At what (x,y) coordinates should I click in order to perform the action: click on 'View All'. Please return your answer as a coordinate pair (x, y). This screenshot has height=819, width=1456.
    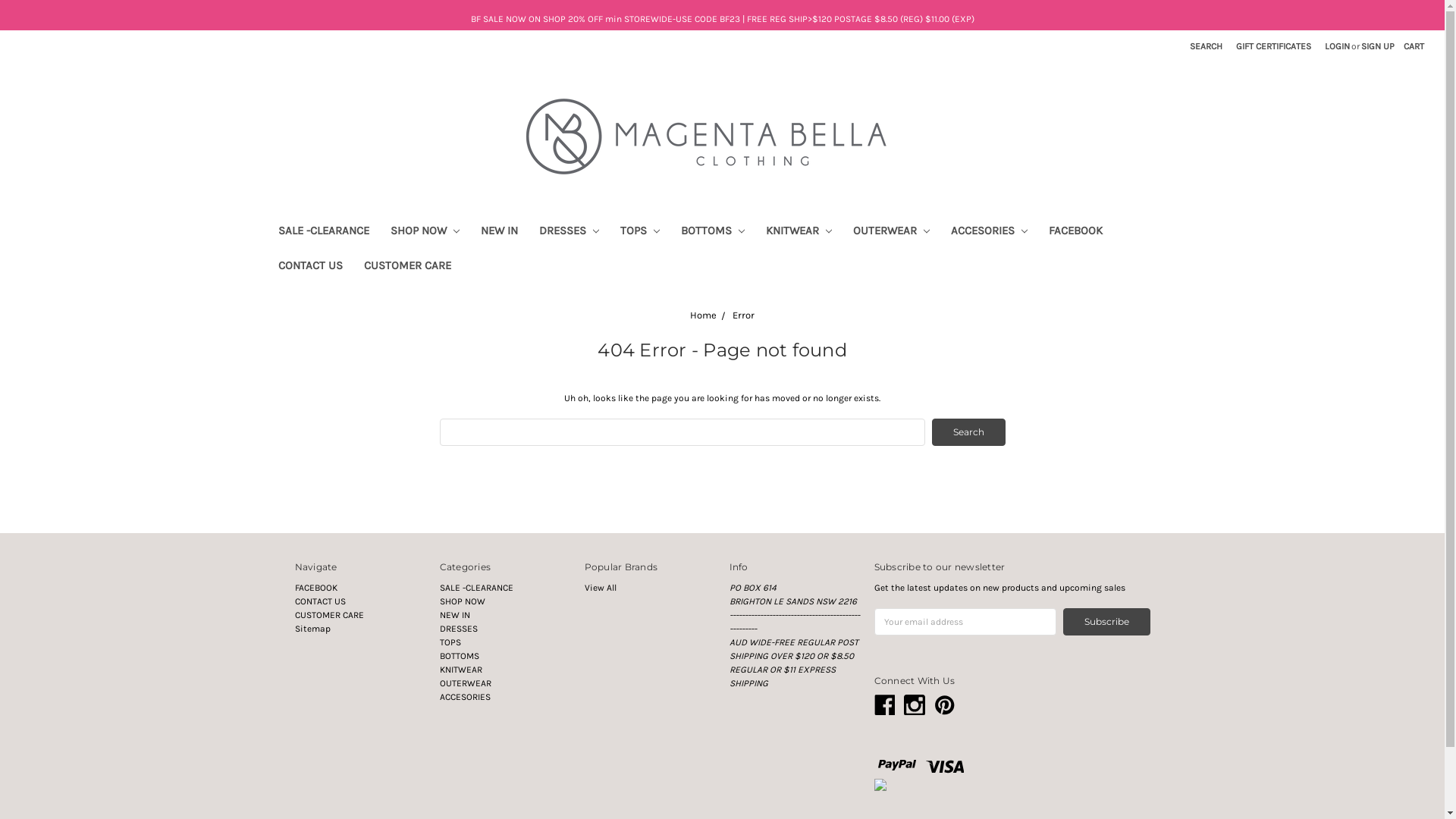
    Looking at the image, I should click on (599, 587).